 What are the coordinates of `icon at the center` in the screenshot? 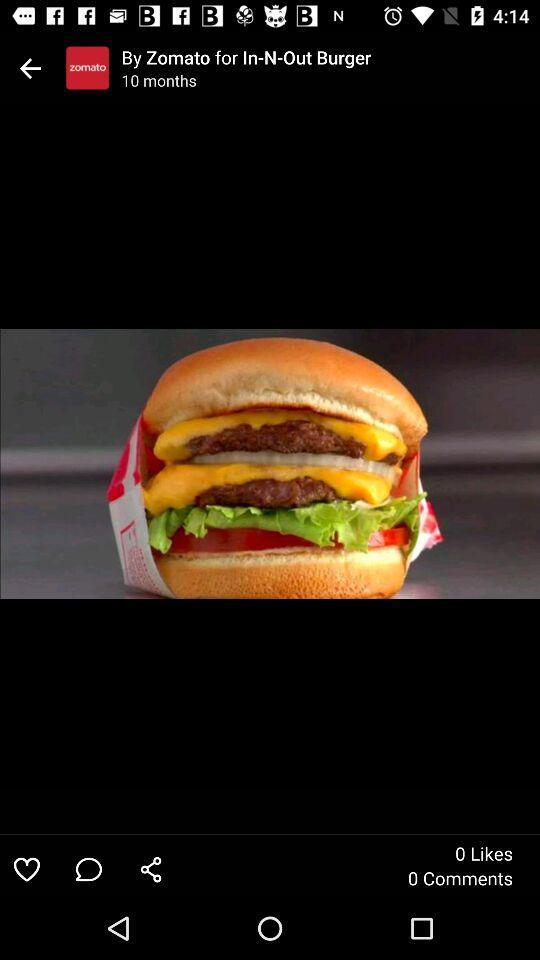 It's located at (270, 464).